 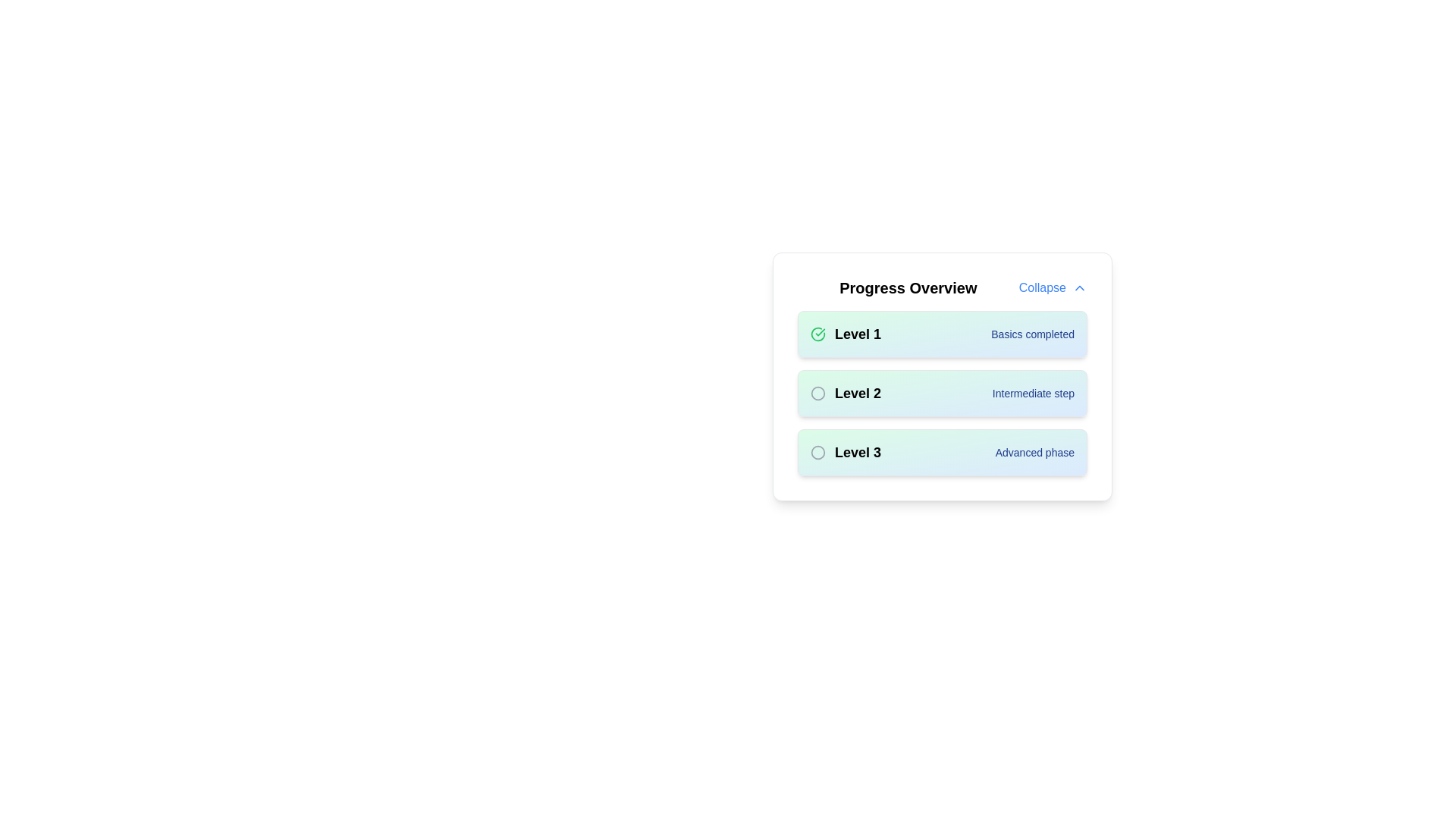 I want to click on the 'Collapse' interactive button styled as a hyperlink located in the top-right corner of the 'Progress Overview' section, so click(x=1052, y=288).